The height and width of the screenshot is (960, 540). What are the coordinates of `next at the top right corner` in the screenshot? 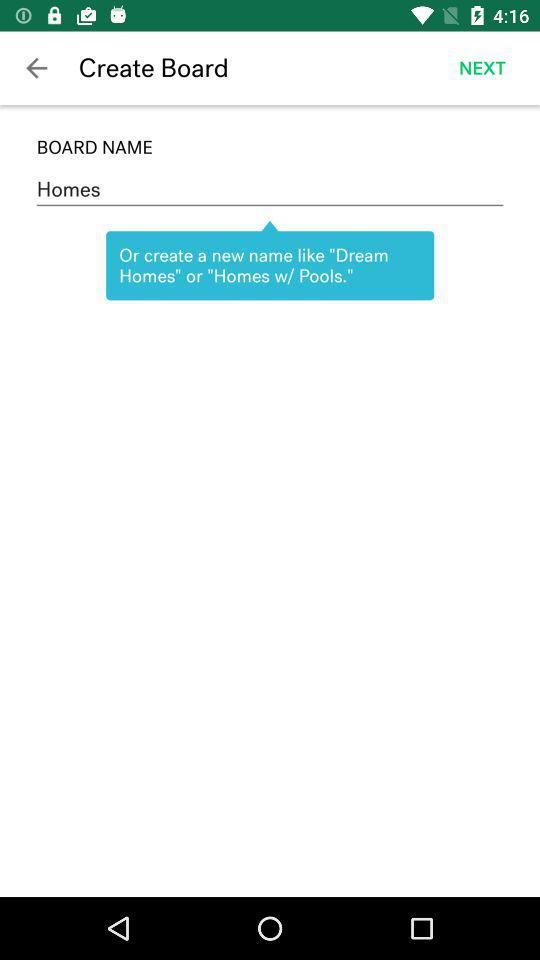 It's located at (481, 68).